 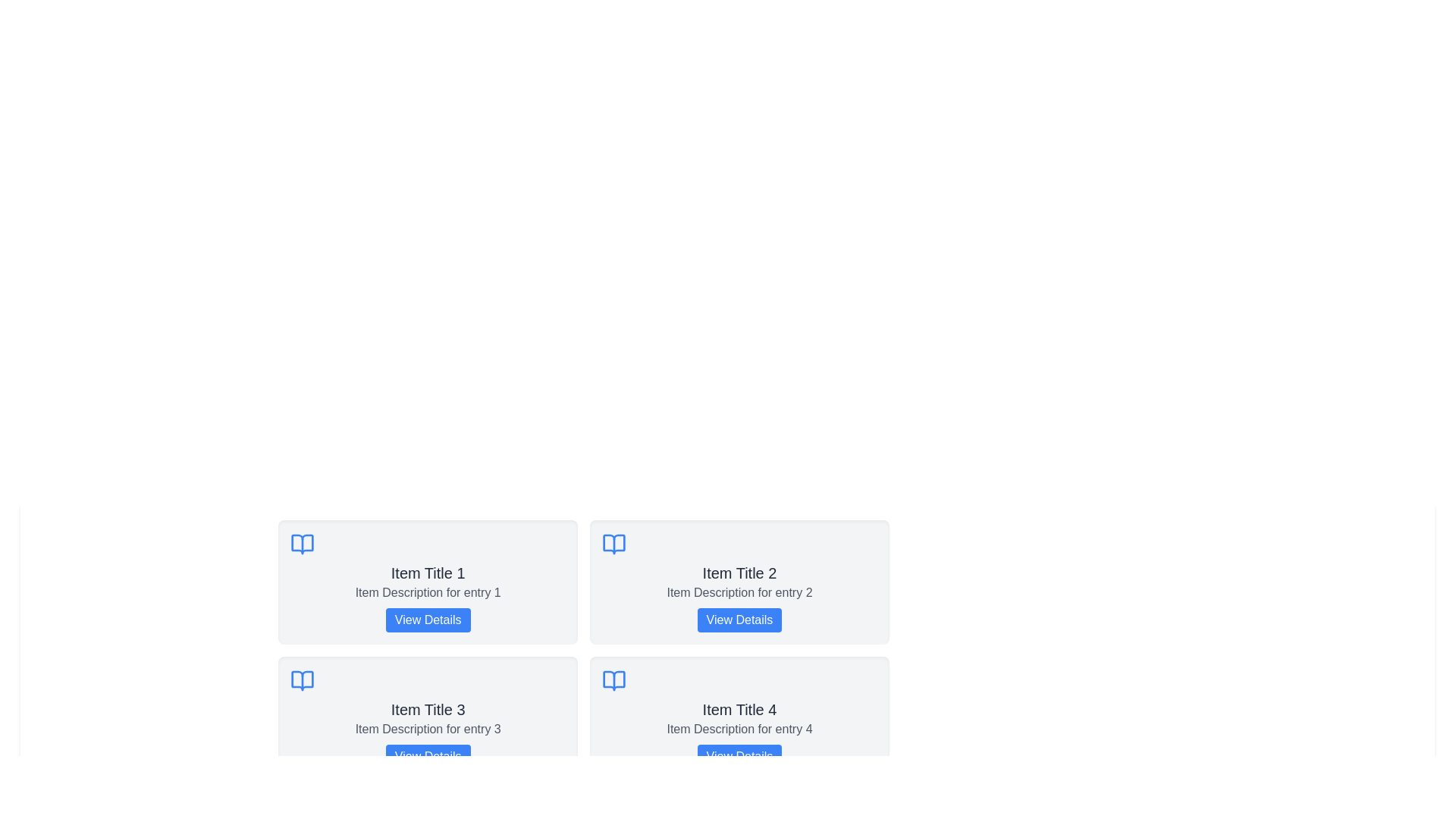 What do you see at coordinates (614, 543) in the screenshot?
I see `the icon representing information related to books or documentation in the top-right section of the card labeled 'Item Title 2'` at bounding box center [614, 543].